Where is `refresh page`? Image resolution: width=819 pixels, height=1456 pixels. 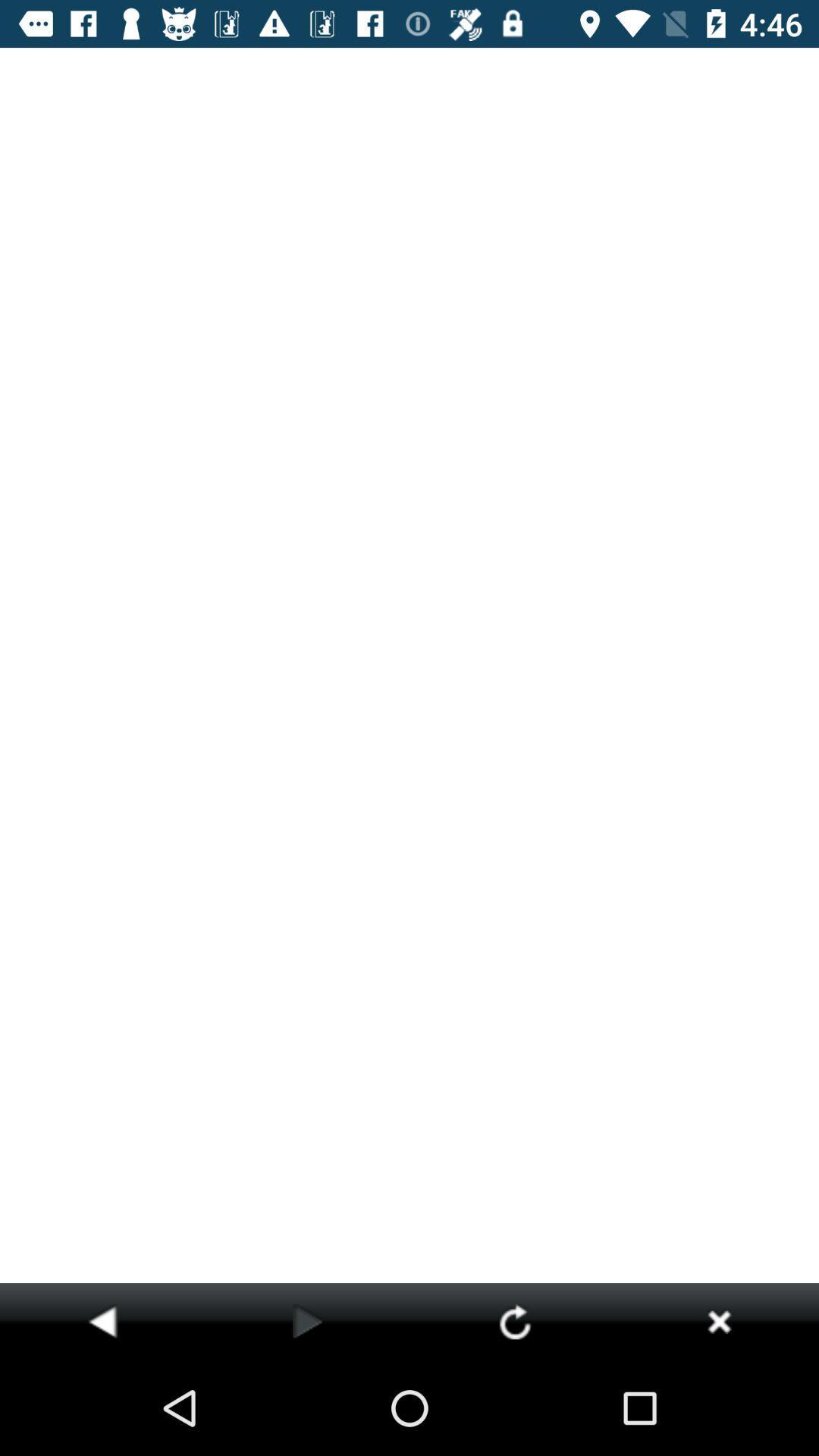
refresh page is located at coordinates (514, 1320).